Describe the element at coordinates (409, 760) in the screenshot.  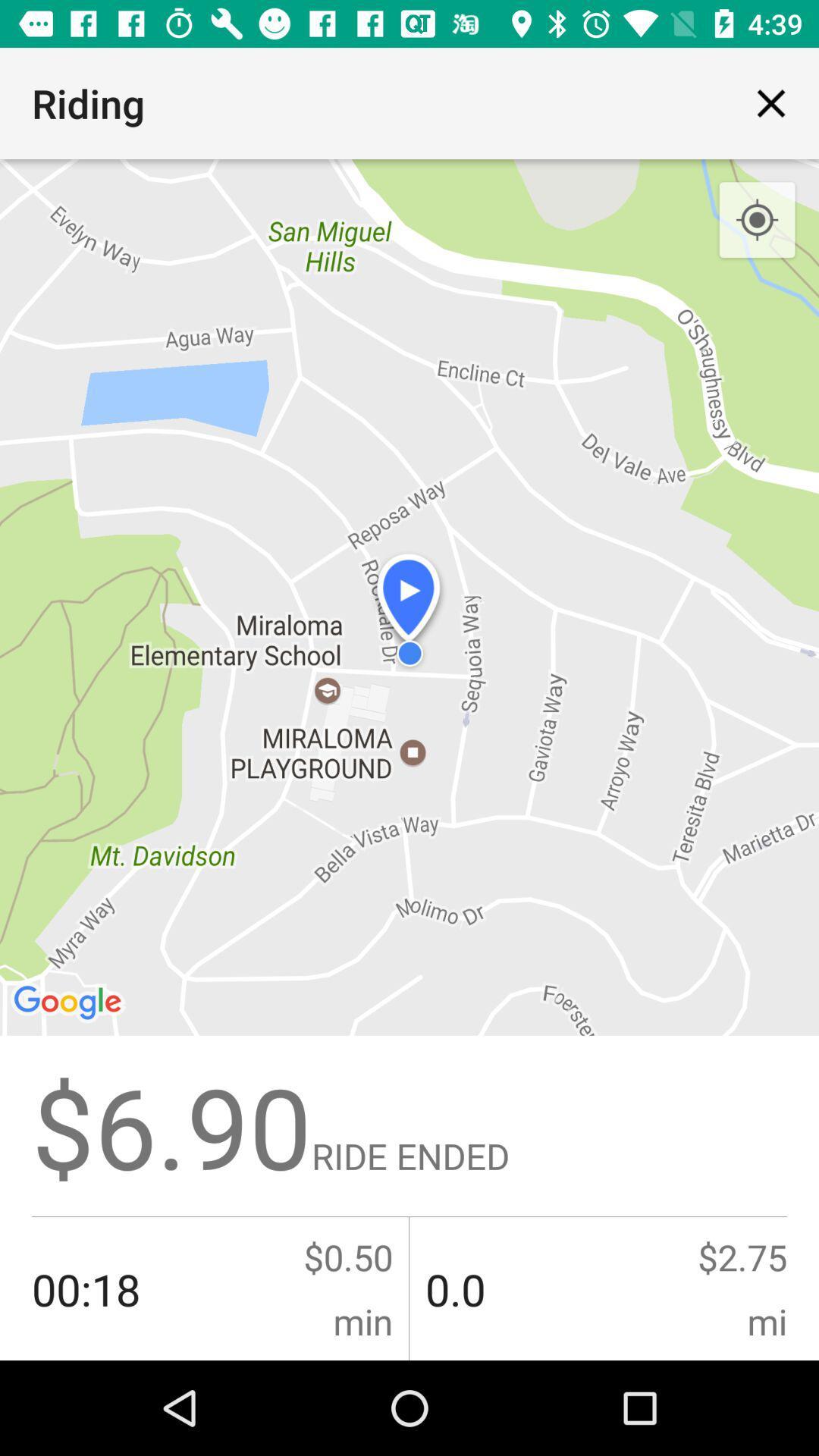
I see `the icon at the center` at that location.